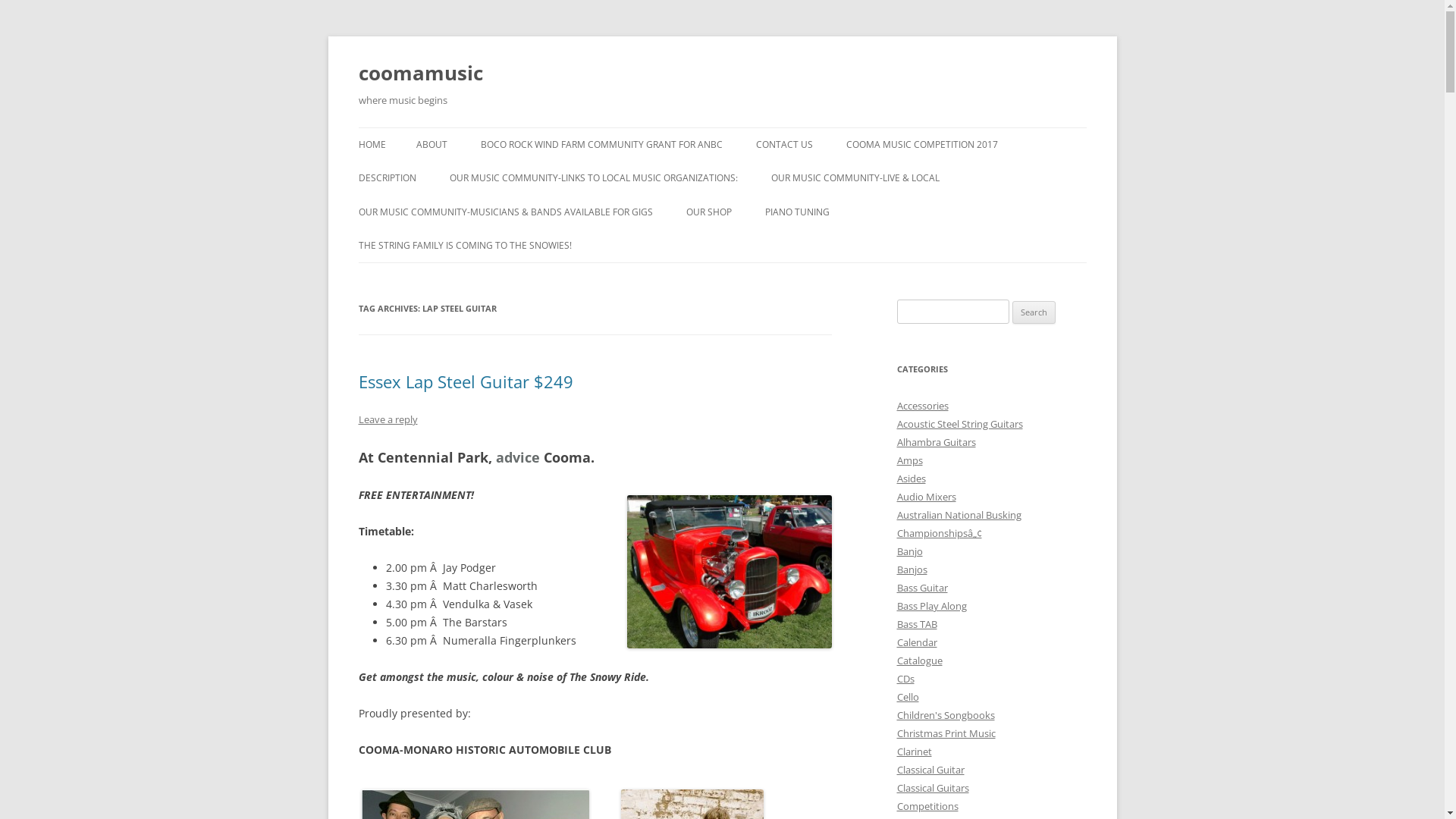 The image size is (1456, 819). I want to click on 'Cello', so click(907, 696).